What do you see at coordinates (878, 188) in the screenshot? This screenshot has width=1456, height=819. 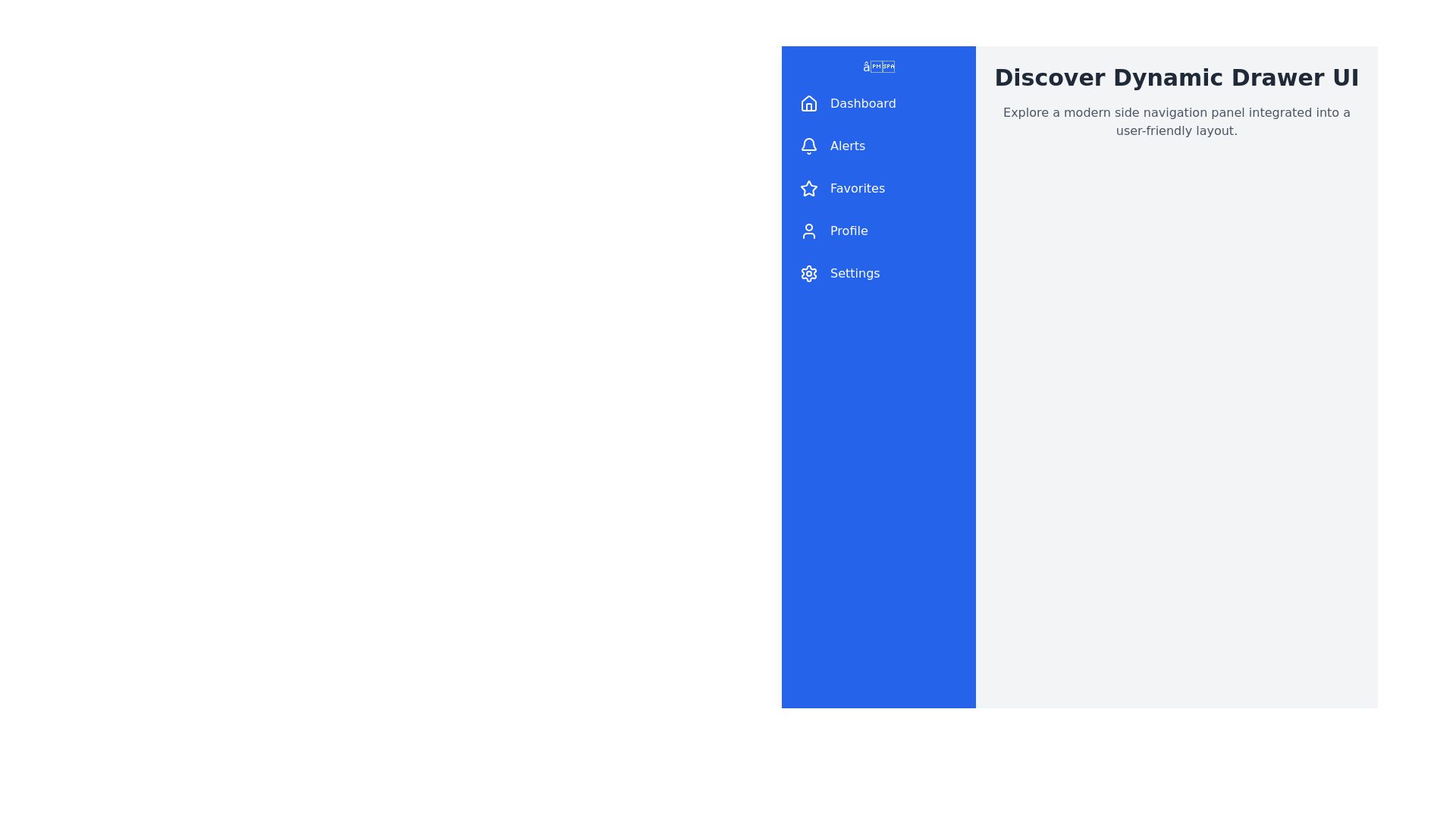 I see `the 'Favorites' button in the vertical navigation sidebar with a star-shaped icon and white text on a blue background to indicate selection` at bounding box center [878, 188].